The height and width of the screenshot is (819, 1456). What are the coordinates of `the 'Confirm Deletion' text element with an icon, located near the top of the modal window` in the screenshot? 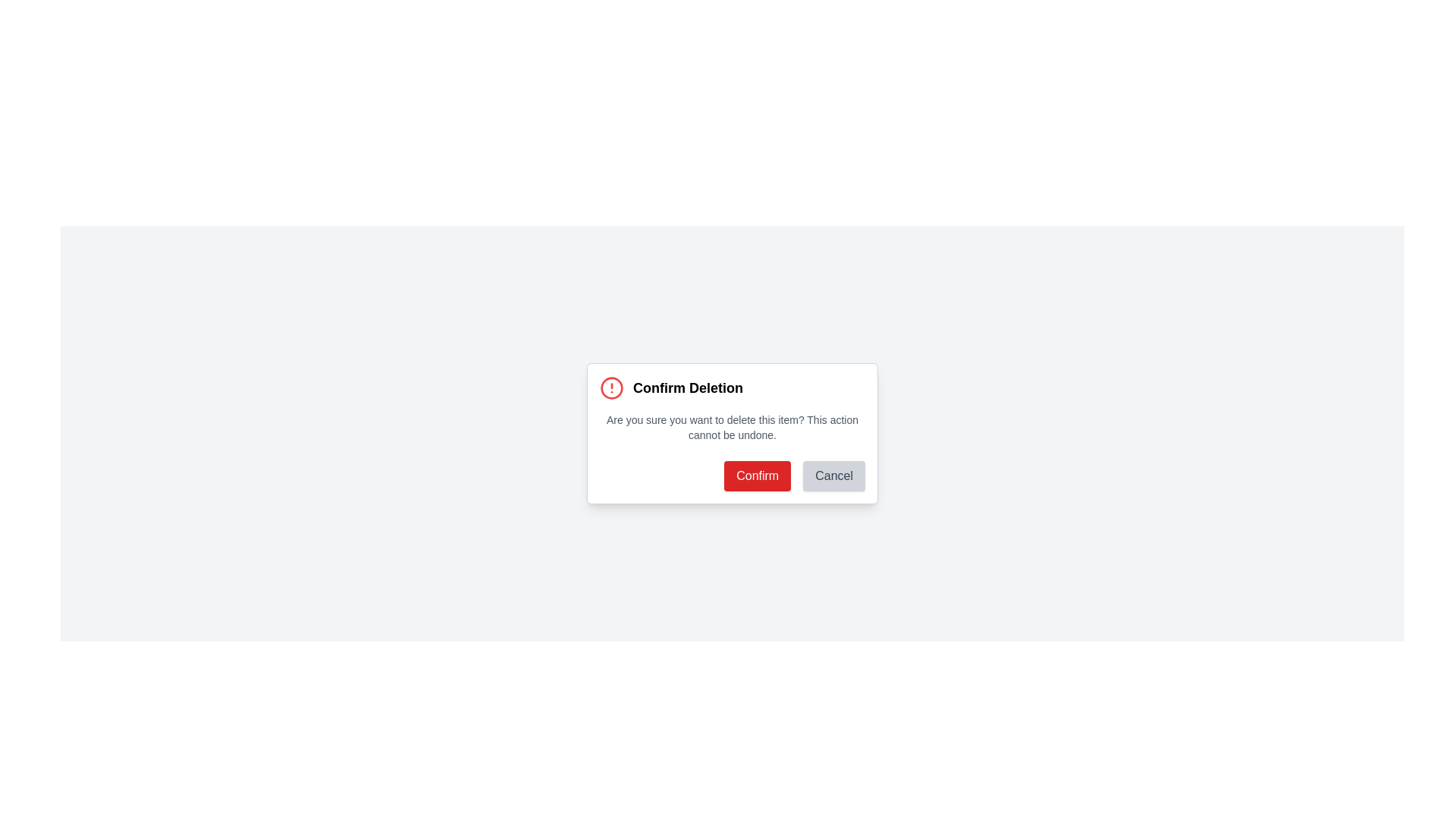 It's located at (732, 388).